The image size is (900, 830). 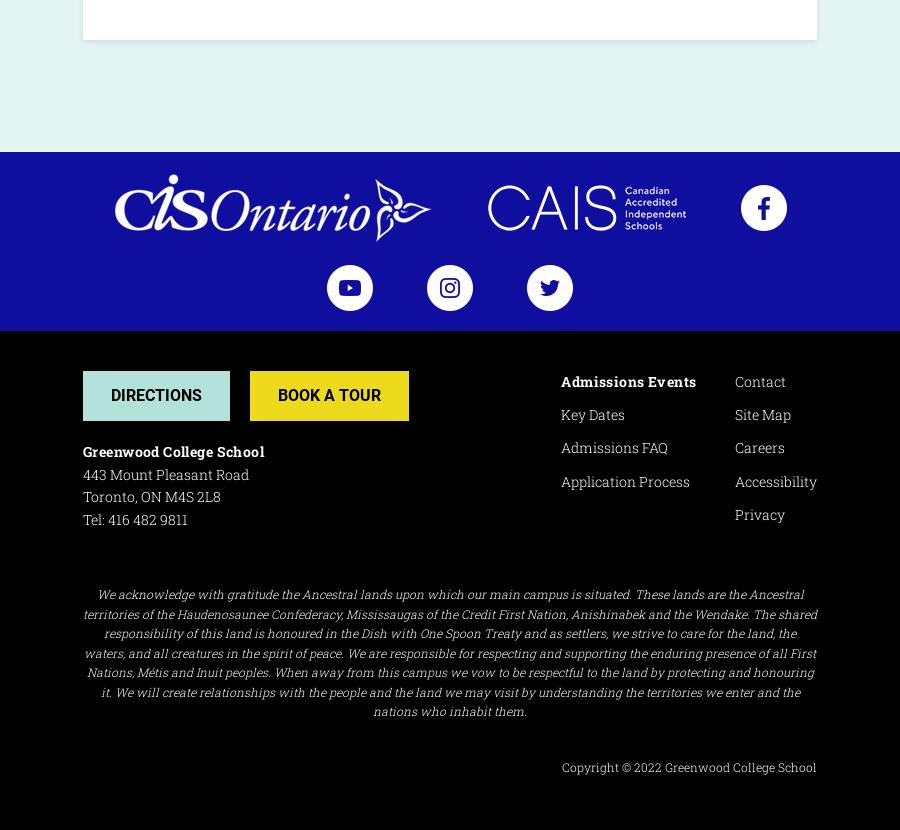 I want to click on 'Contact', so click(x=759, y=379).